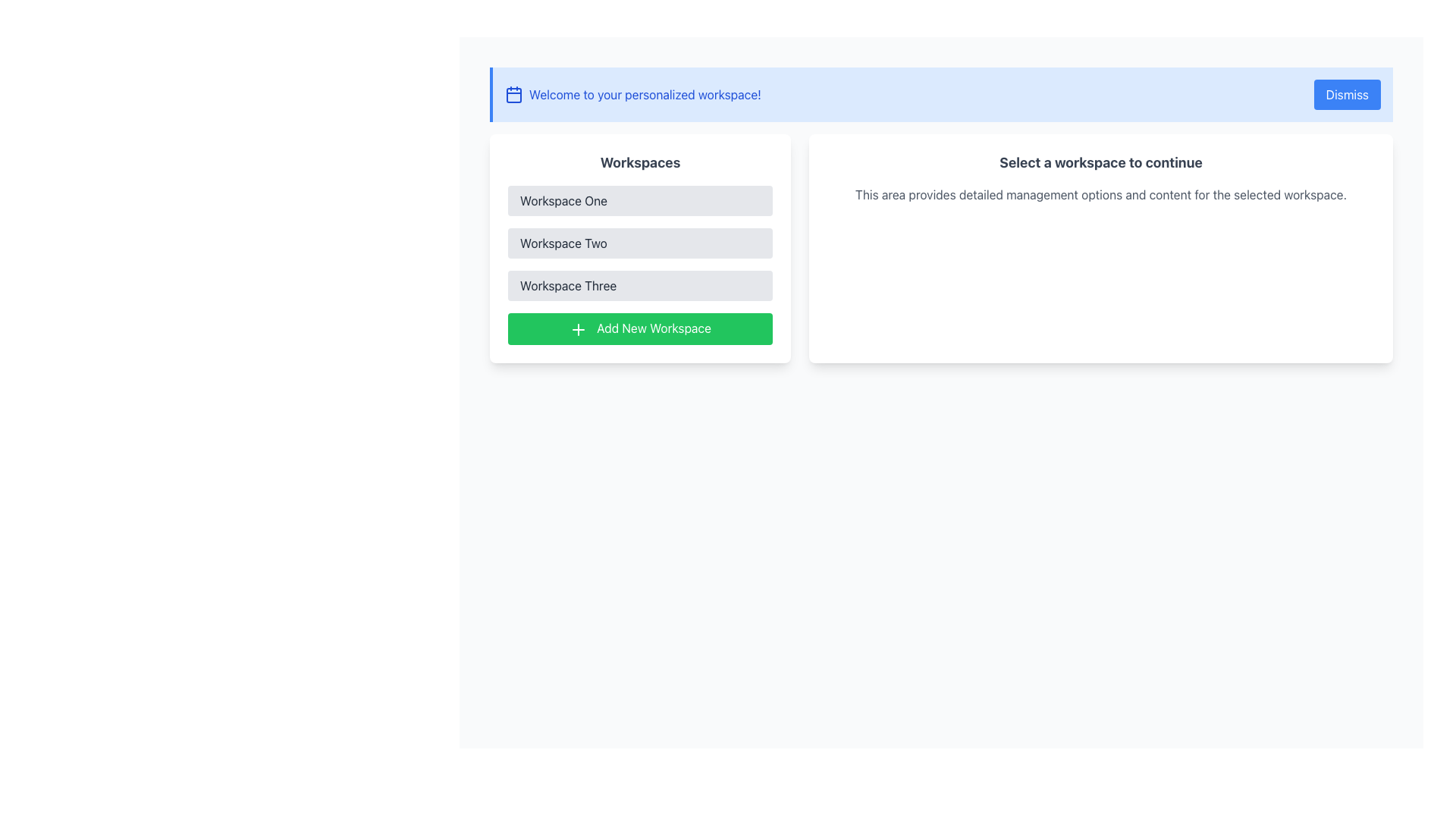 This screenshot has width=1456, height=819. What do you see at coordinates (640, 286) in the screenshot?
I see `the selectable option for 'Workspace Three' to change the displayed contents or focus the interface on this workspace` at bounding box center [640, 286].